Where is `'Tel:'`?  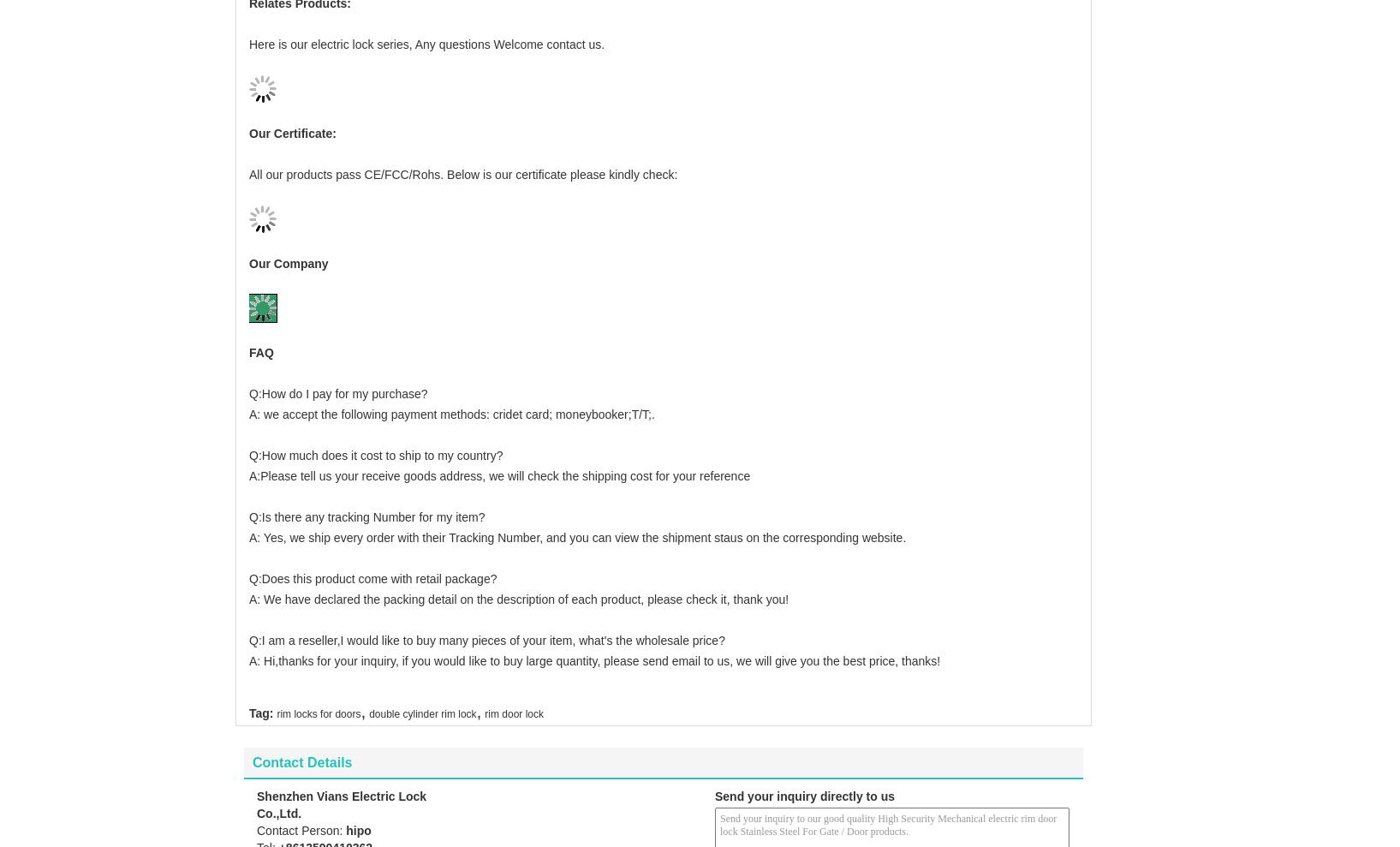 'Tel:' is located at coordinates (266, 820).